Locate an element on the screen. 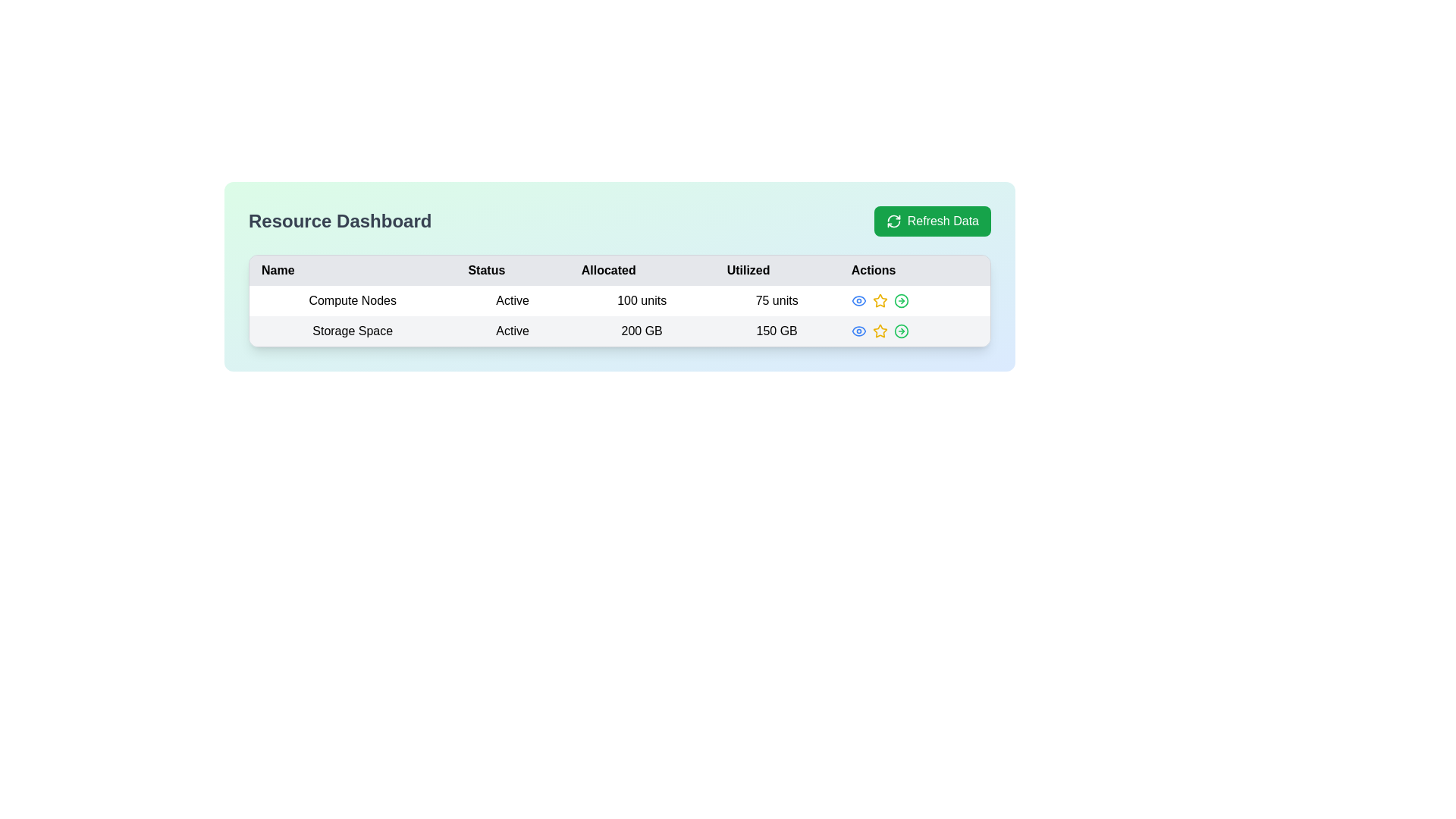 This screenshot has width=1456, height=819. the action button in the 'Actions' column of the second row in the table, which is the rightmost cell adjacent to the 'Utilized' column displaying '150 GB' is located at coordinates (914, 330).